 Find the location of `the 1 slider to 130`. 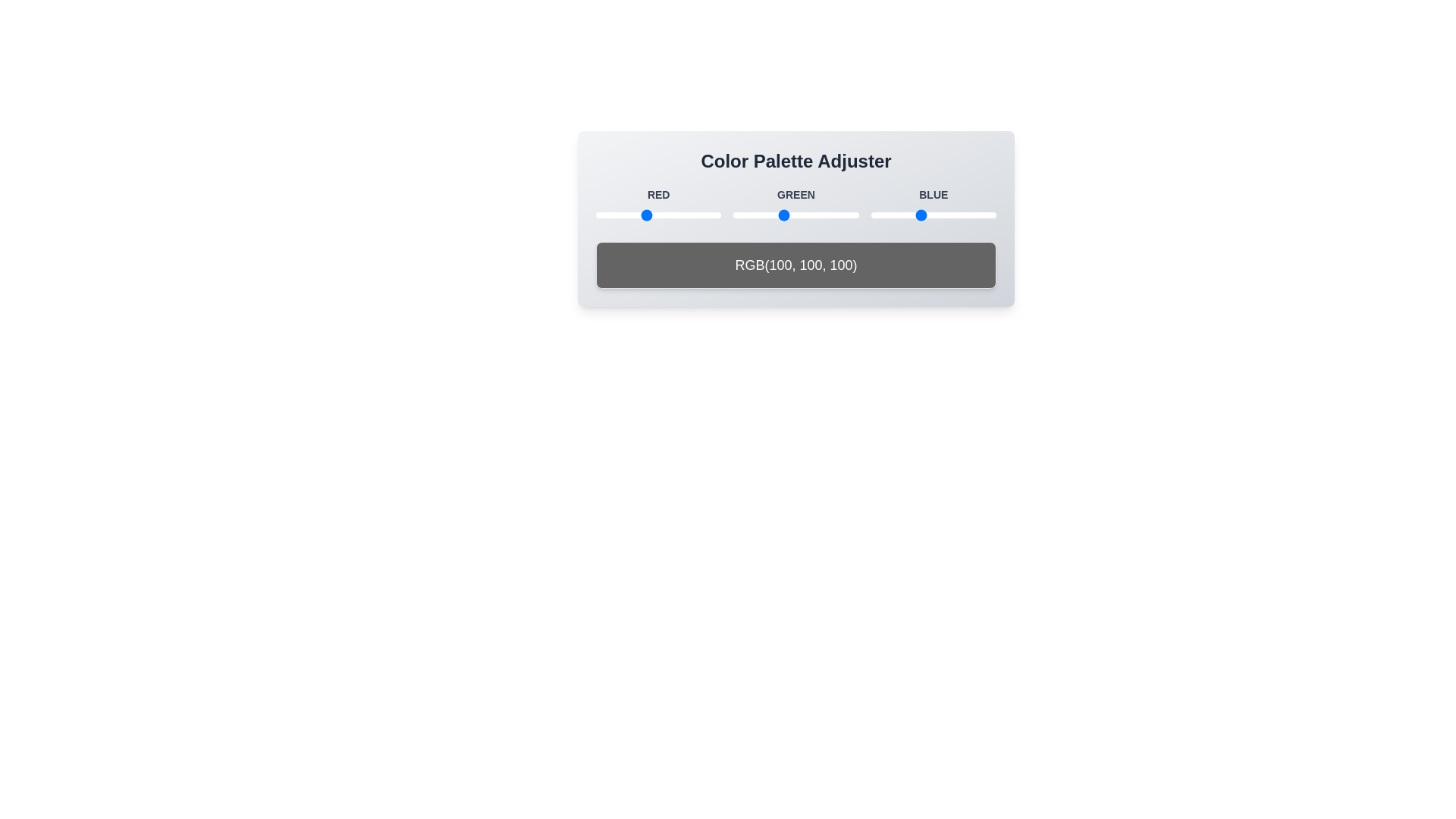

the 1 slider to 130 is located at coordinates (660, 215).